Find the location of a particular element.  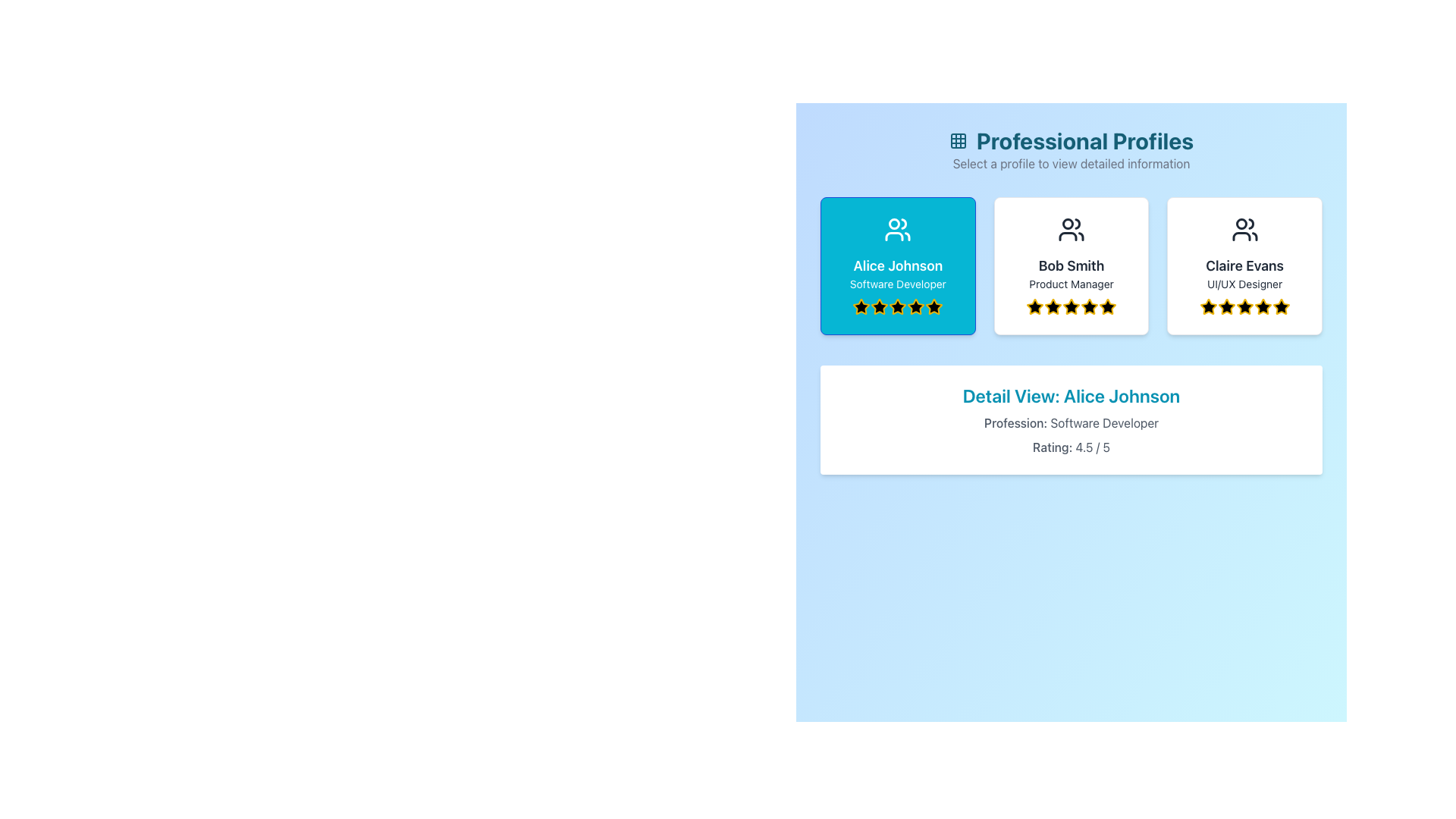

the fifth star icon in the rating section of the profile card labeled 'Claire Evans - UI/UX Designer' is located at coordinates (1280, 307).